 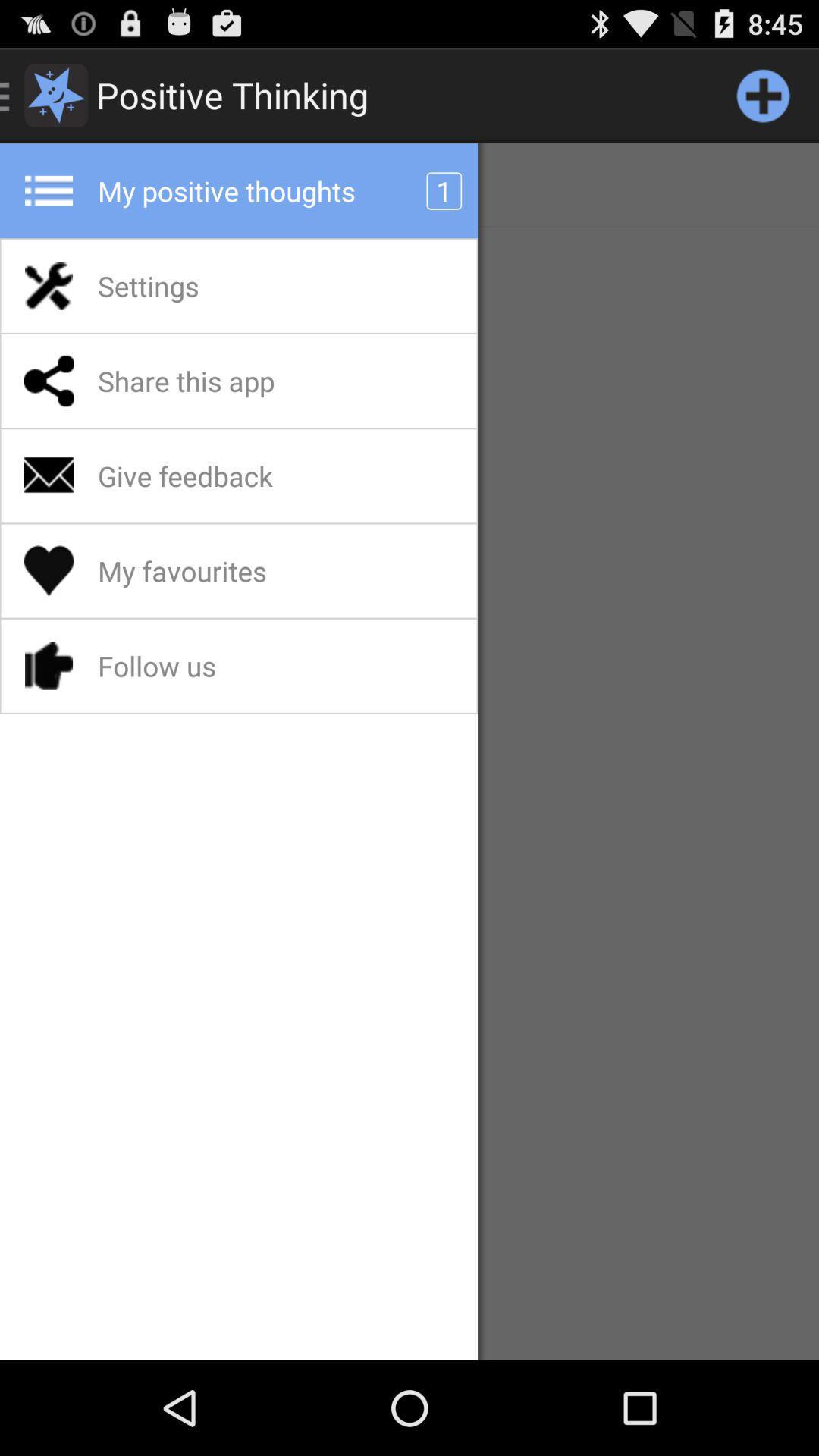 What do you see at coordinates (763, 94) in the screenshot?
I see `icon at the top right corner` at bounding box center [763, 94].